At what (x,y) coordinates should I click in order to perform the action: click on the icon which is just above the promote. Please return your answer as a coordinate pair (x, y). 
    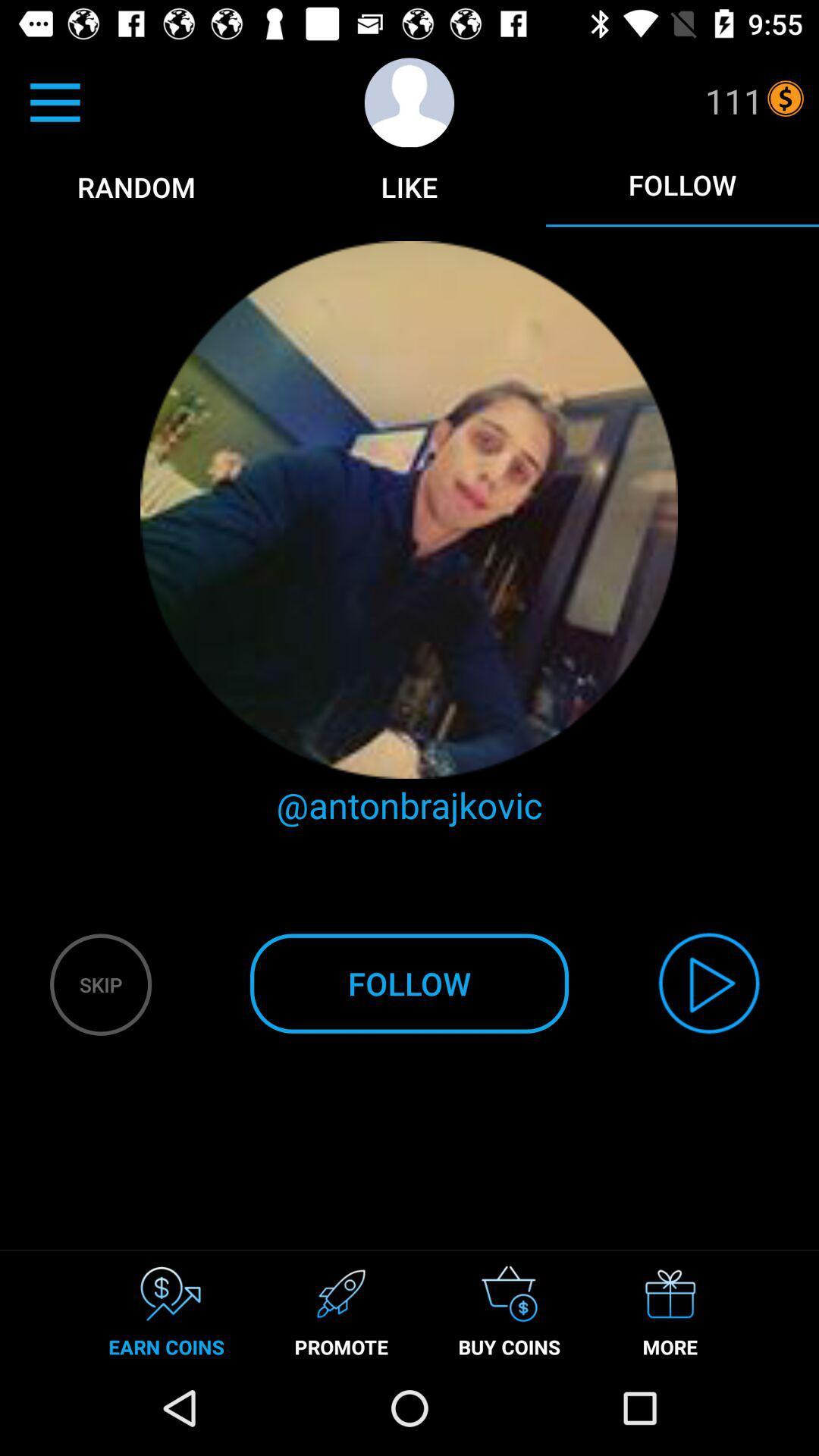
    Looking at the image, I should click on (341, 1293).